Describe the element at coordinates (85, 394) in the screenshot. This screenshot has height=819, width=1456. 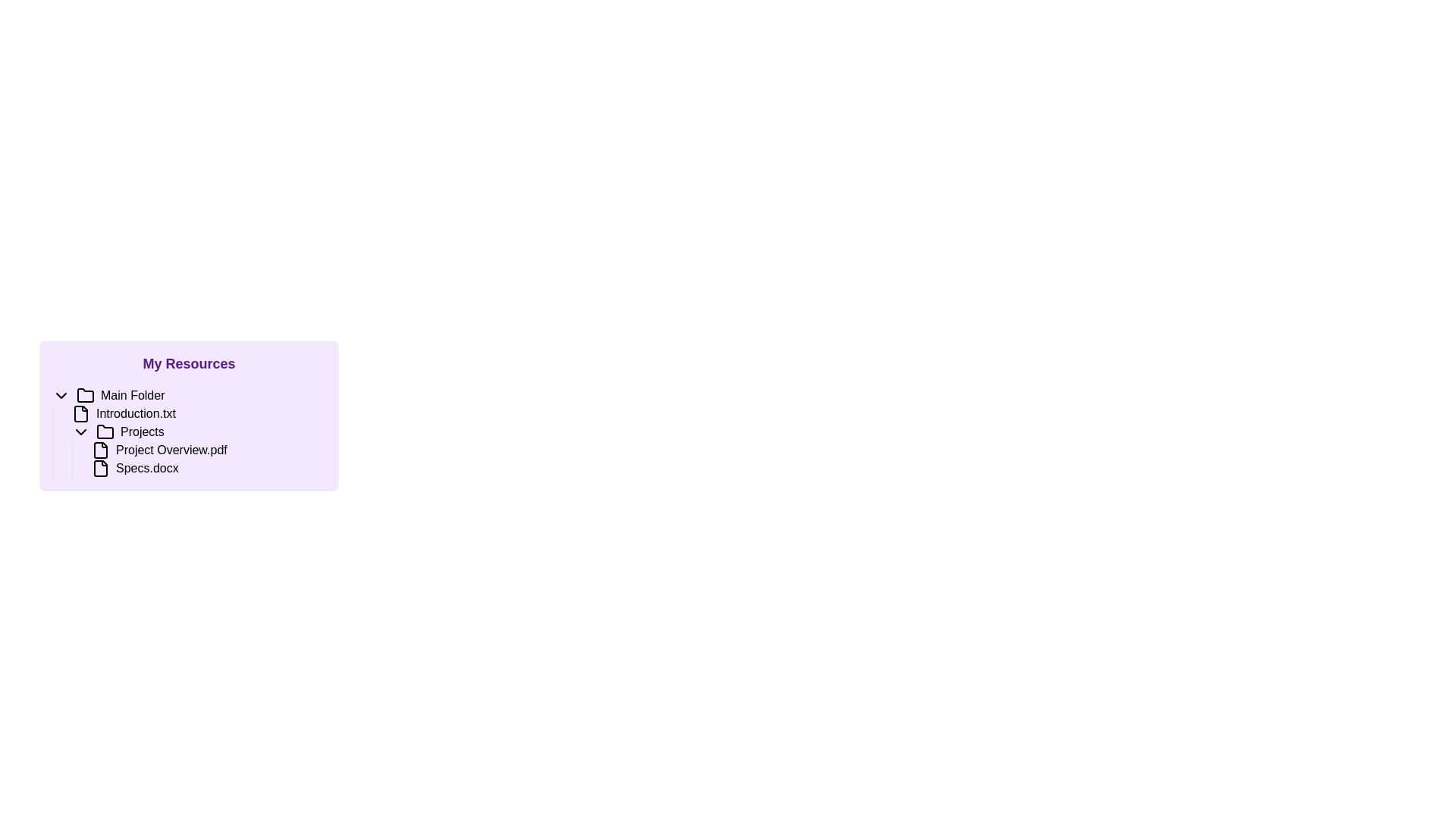
I see `the 'Main Folder' icon, which is a pictorial representation of a folder located under 'My Resources'` at that location.